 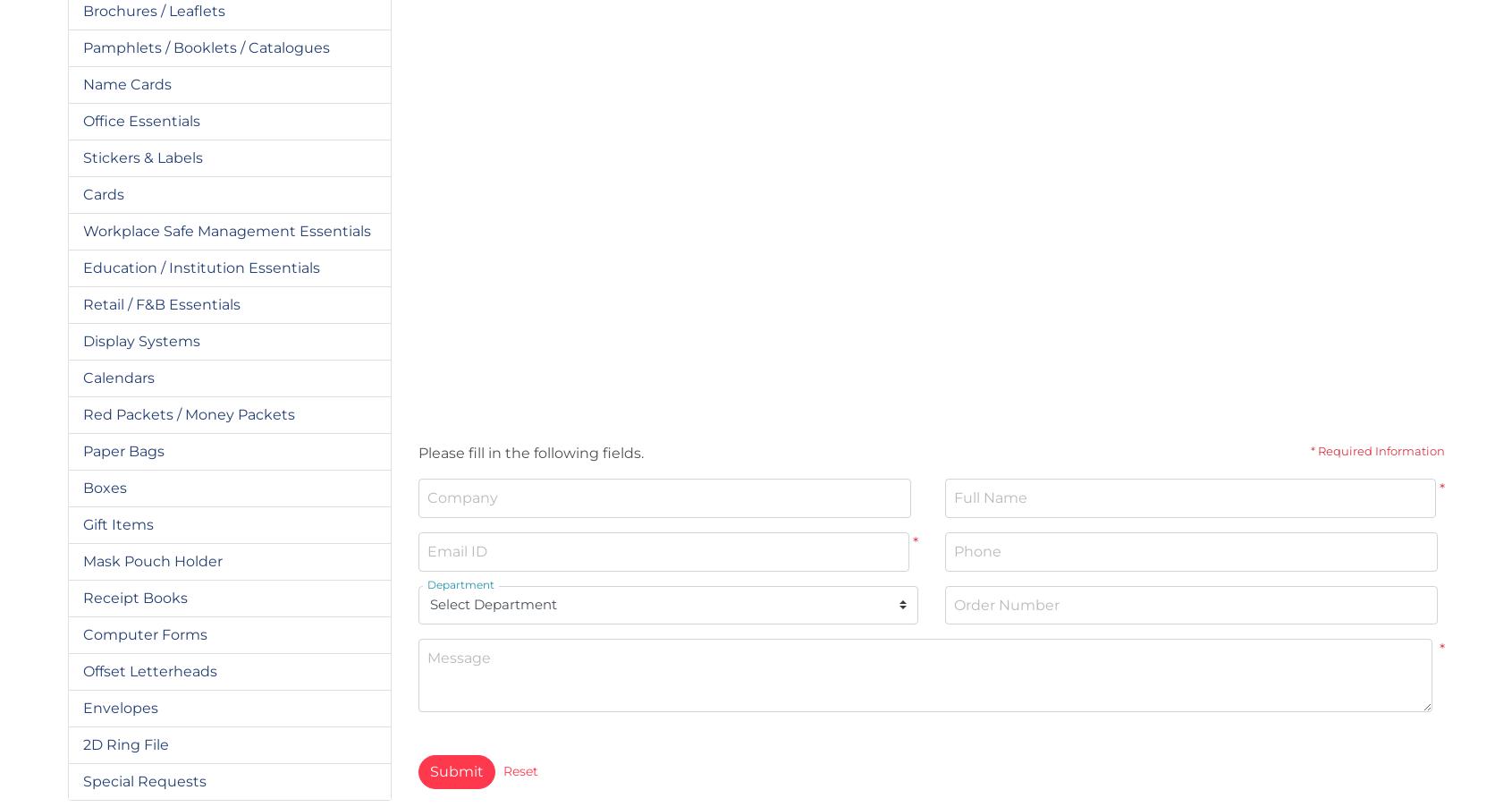 What do you see at coordinates (187, 412) in the screenshot?
I see `'Red Packets / Money Packets'` at bounding box center [187, 412].